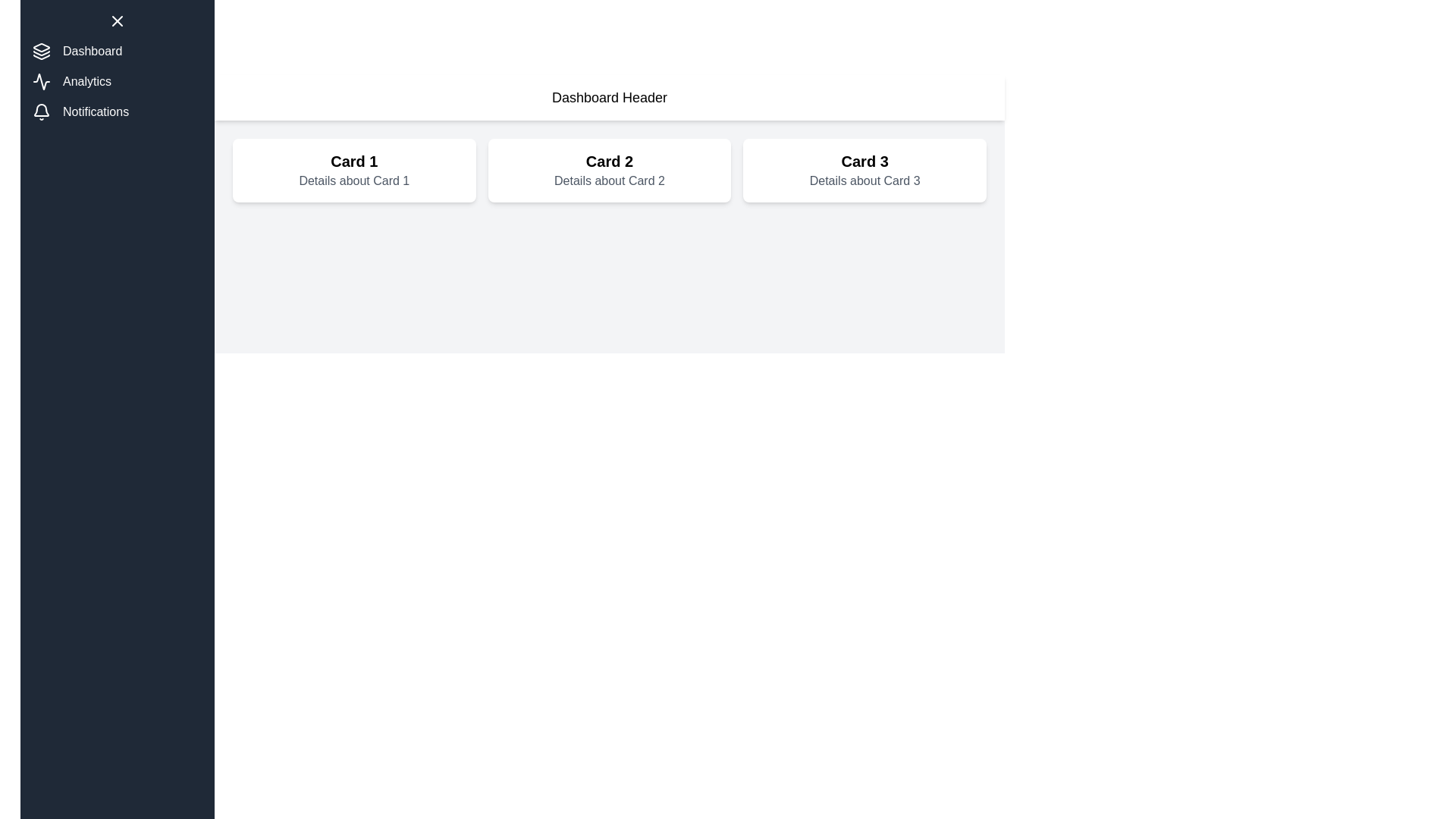 Image resolution: width=1456 pixels, height=819 pixels. What do you see at coordinates (116, 82) in the screenshot?
I see `the navigation link in the sidebar menu` at bounding box center [116, 82].